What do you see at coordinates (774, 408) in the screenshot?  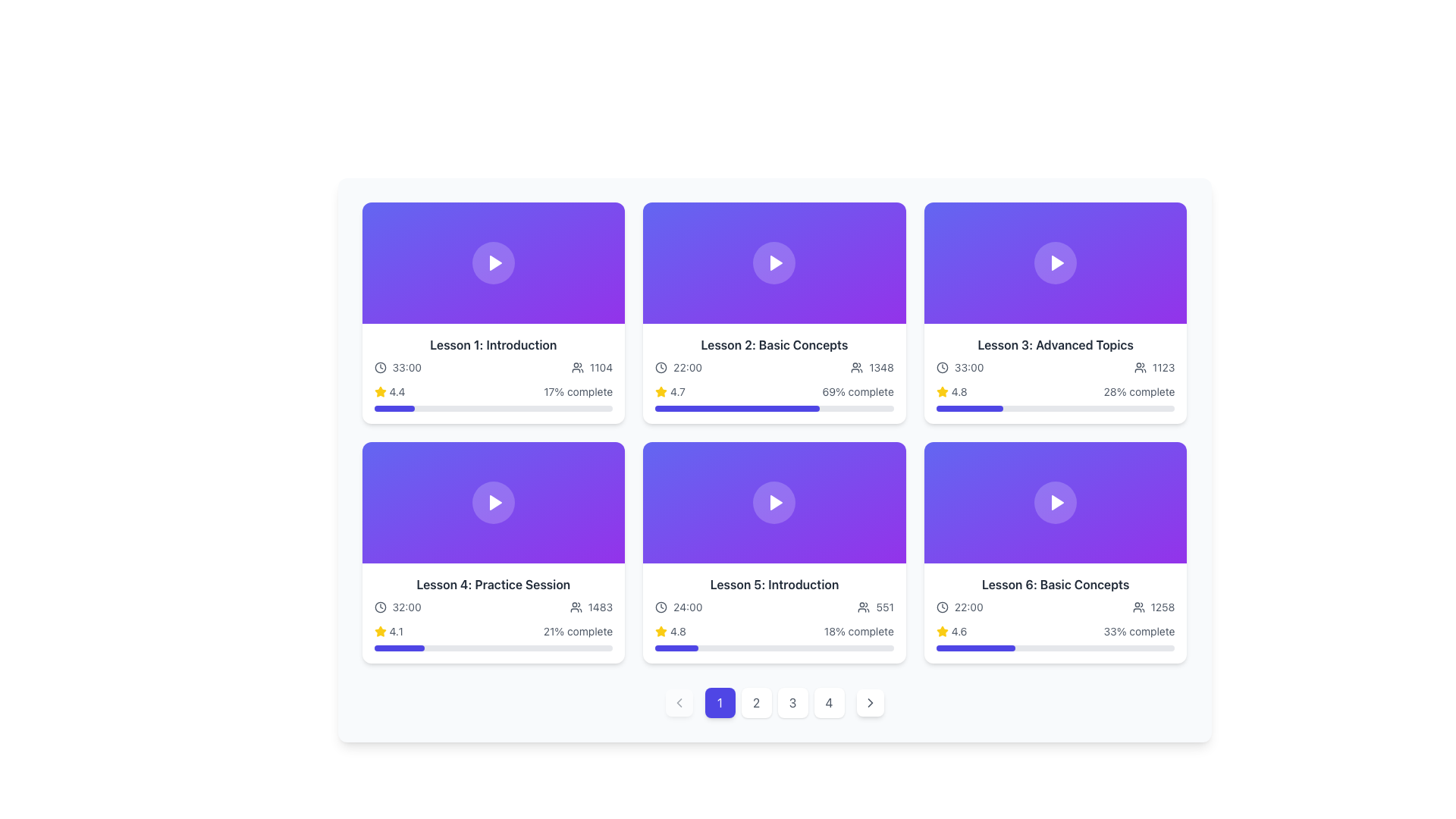 I see `the completion status of the progress bar located below the '69% complete' text in the 'Lesson 2: Basic Concepts' card` at bounding box center [774, 408].